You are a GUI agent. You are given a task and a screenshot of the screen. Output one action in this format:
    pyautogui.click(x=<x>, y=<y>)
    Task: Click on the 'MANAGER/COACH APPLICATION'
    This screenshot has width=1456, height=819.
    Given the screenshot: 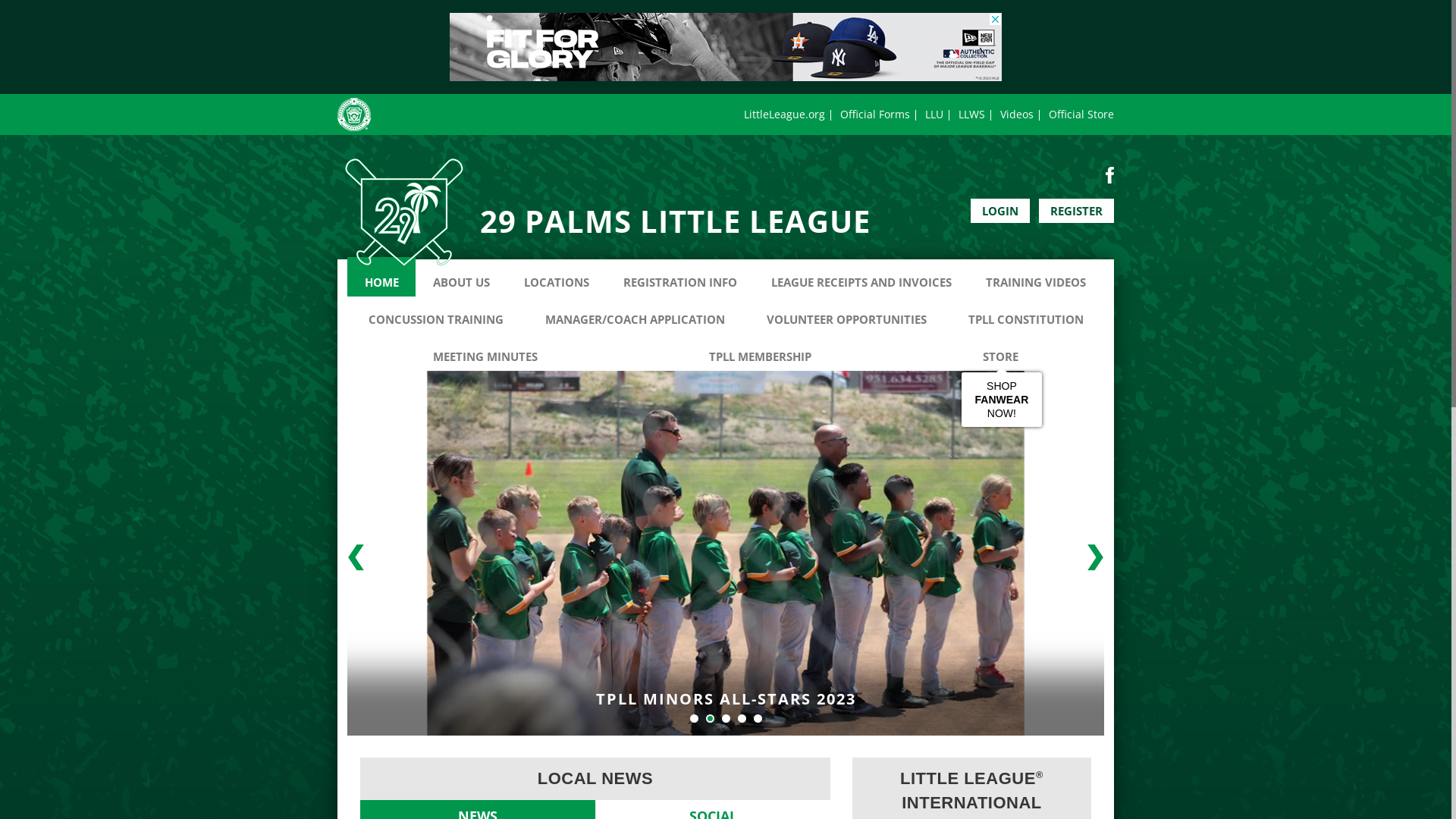 What is the action you would take?
    pyautogui.click(x=634, y=312)
    